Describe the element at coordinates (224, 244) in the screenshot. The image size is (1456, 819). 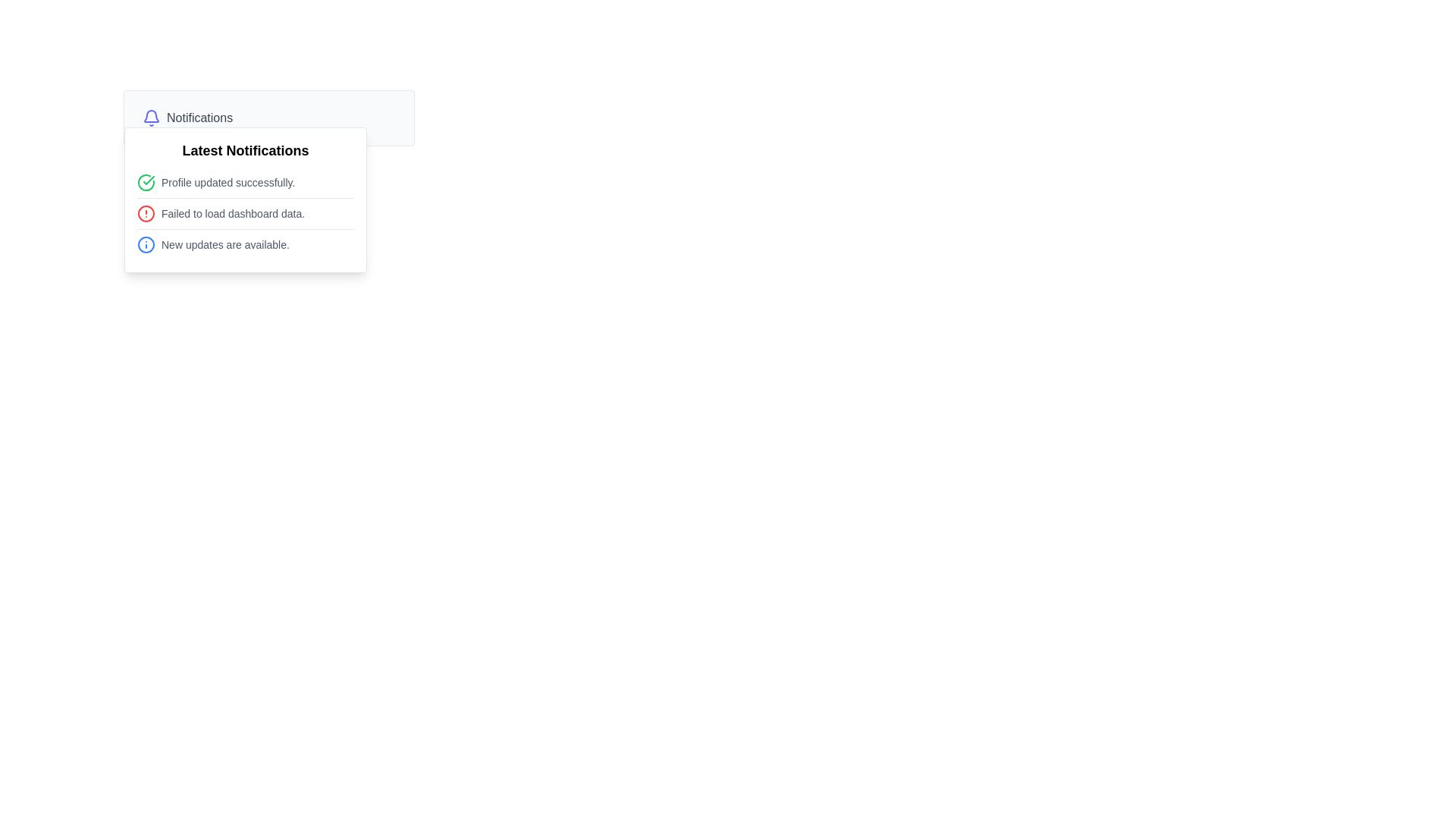
I see `the text label that reads 'New updates are available.' which is the third notification in the 'Latest Notifications' dropdown` at that location.